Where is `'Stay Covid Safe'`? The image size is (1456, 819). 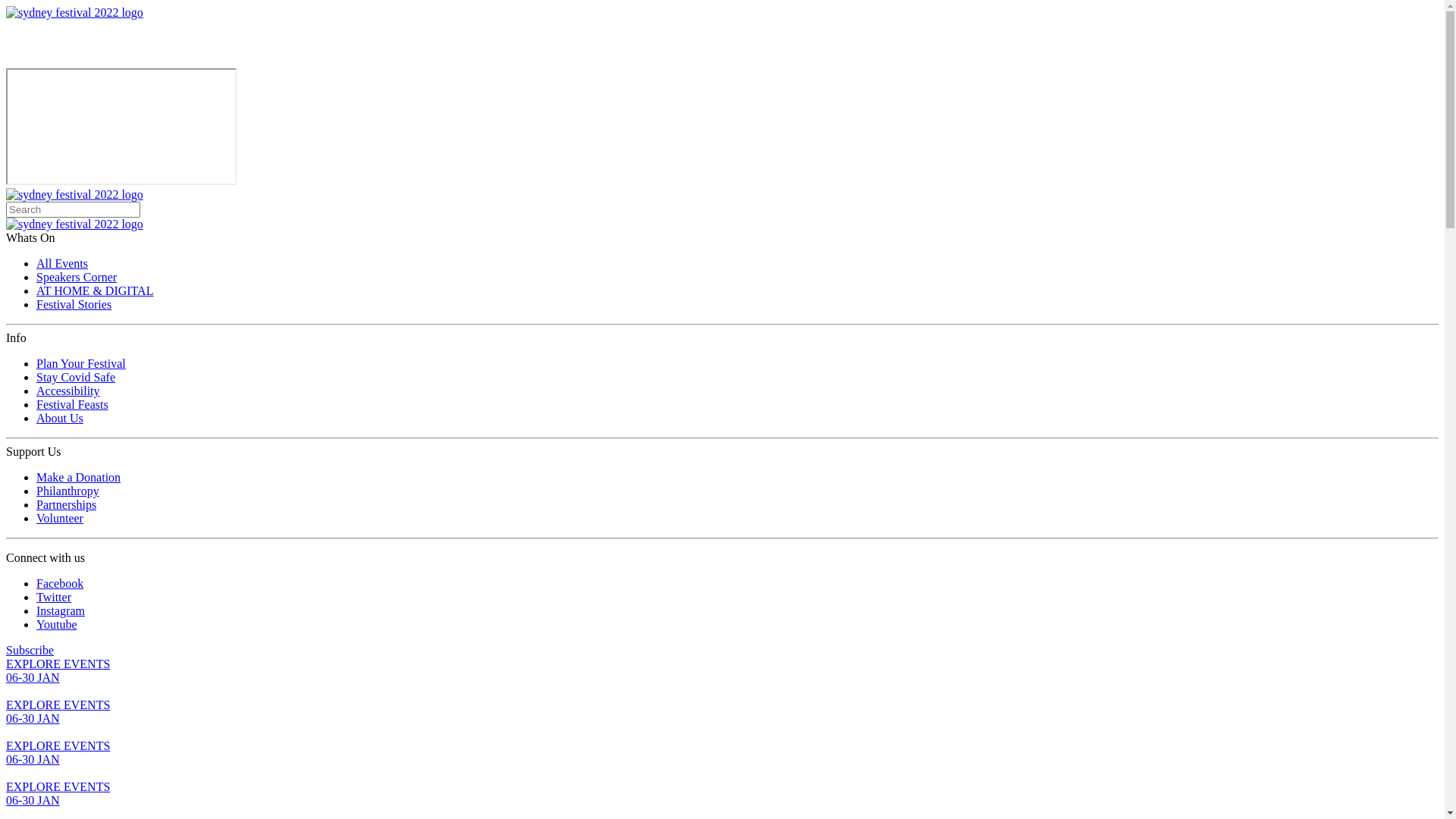 'Stay Covid Safe' is located at coordinates (36, 376).